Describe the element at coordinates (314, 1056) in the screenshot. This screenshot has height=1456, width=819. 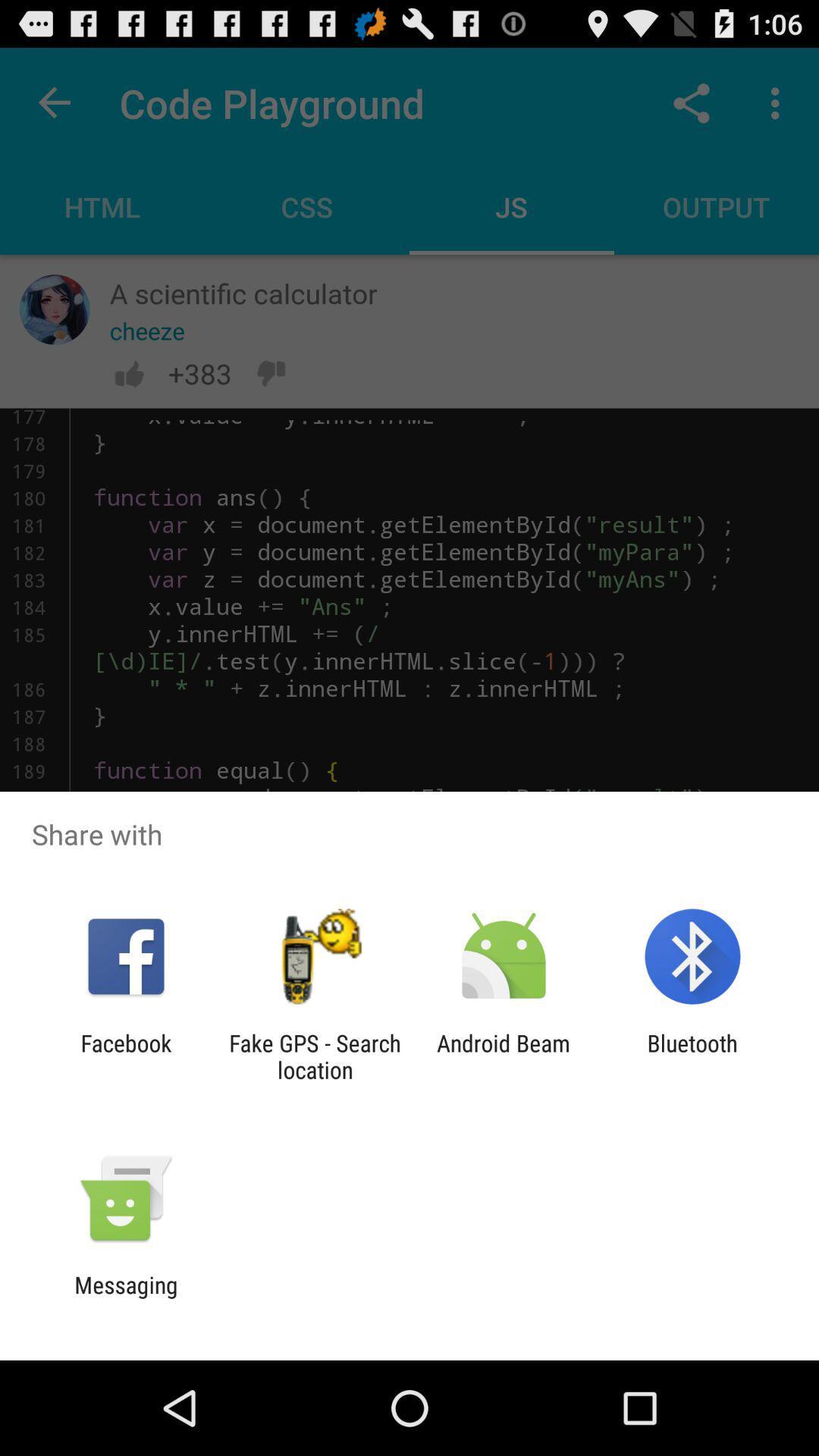
I see `icon next to android beam app` at that location.